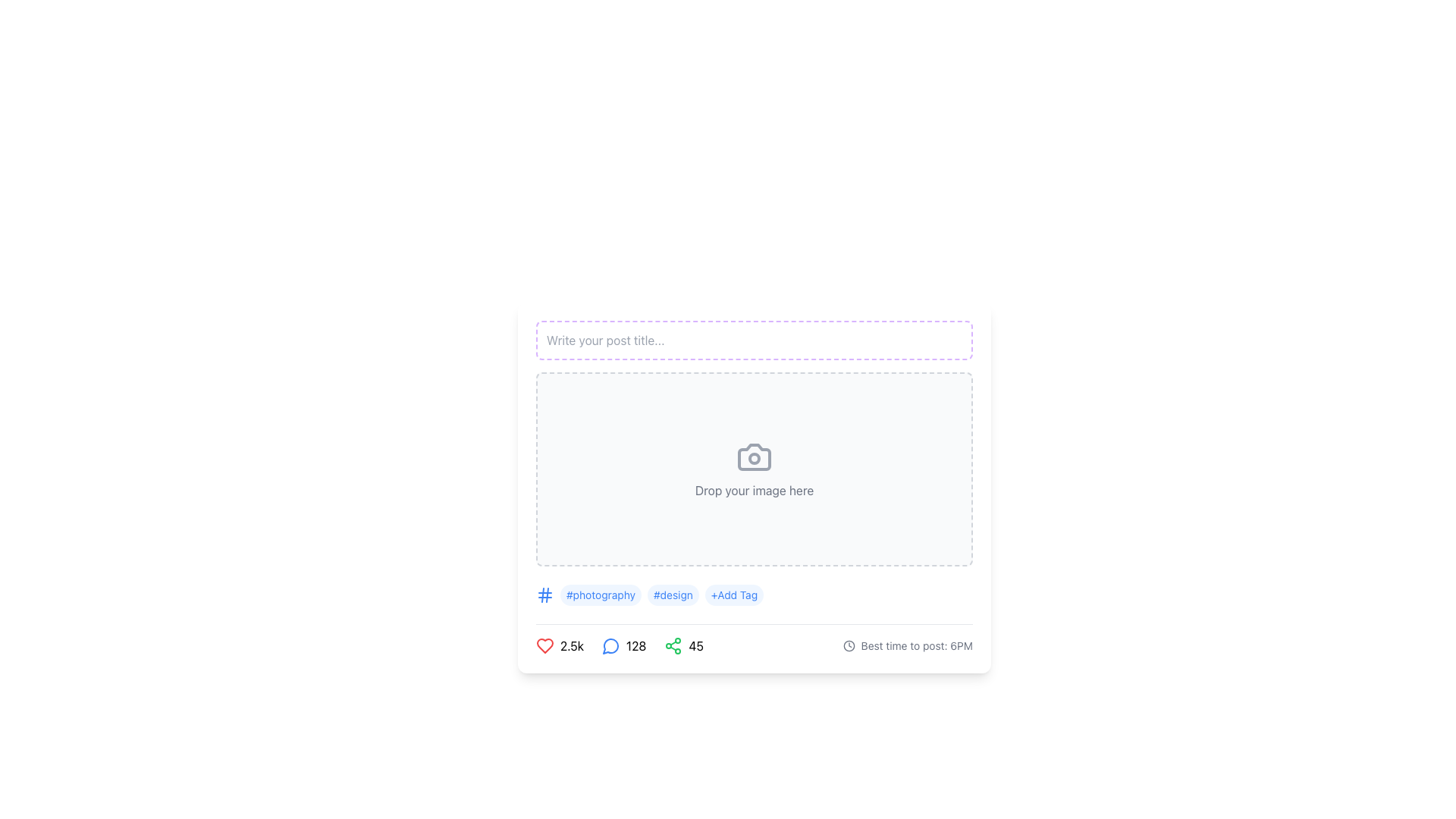 Image resolution: width=1456 pixels, height=819 pixels. What do you see at coordinates (908, 646) in the screenshot?
I see `the descriptive text element that provides recommendations for sharing posts, located at the bottom right of the post editor, near interaction counts like heart and comment icons` at bounding box center [908, 646].